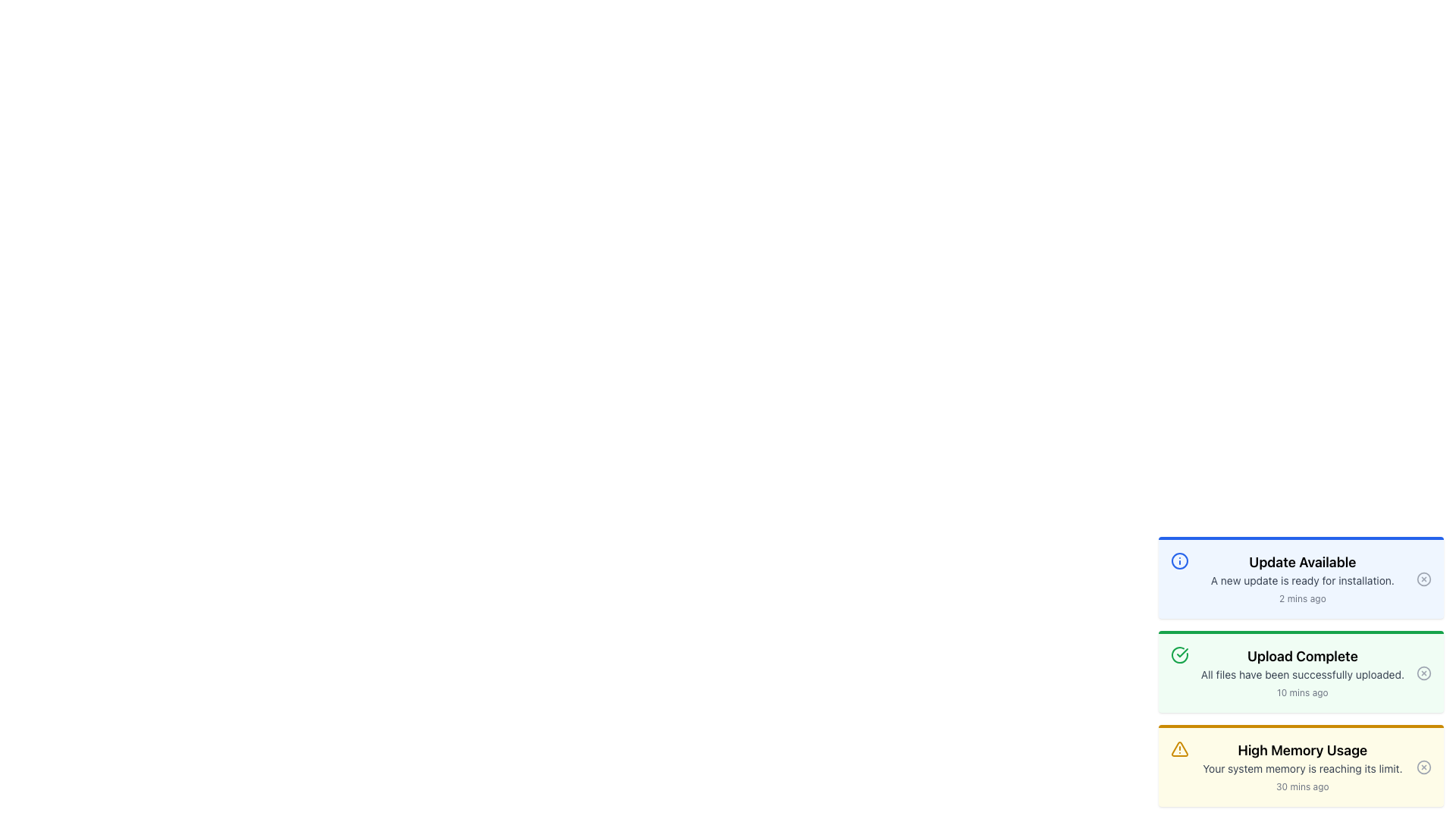  I want to click on the Notification card that informs the user about high memory usage, which is the third alert in the list of notifications, so click(1301, 767).